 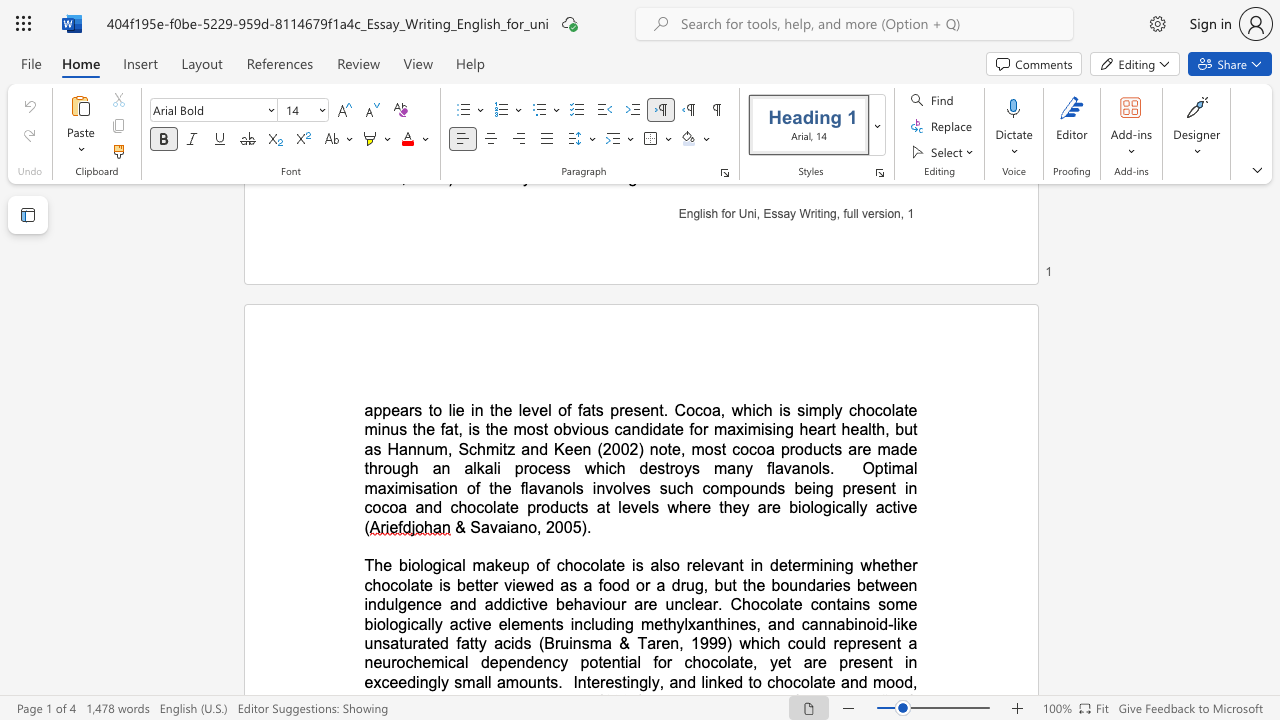 I want to click on the subset text "eva" within the text "The biological makeup of chocolate is also relevant in", so click(x=704, y=565).